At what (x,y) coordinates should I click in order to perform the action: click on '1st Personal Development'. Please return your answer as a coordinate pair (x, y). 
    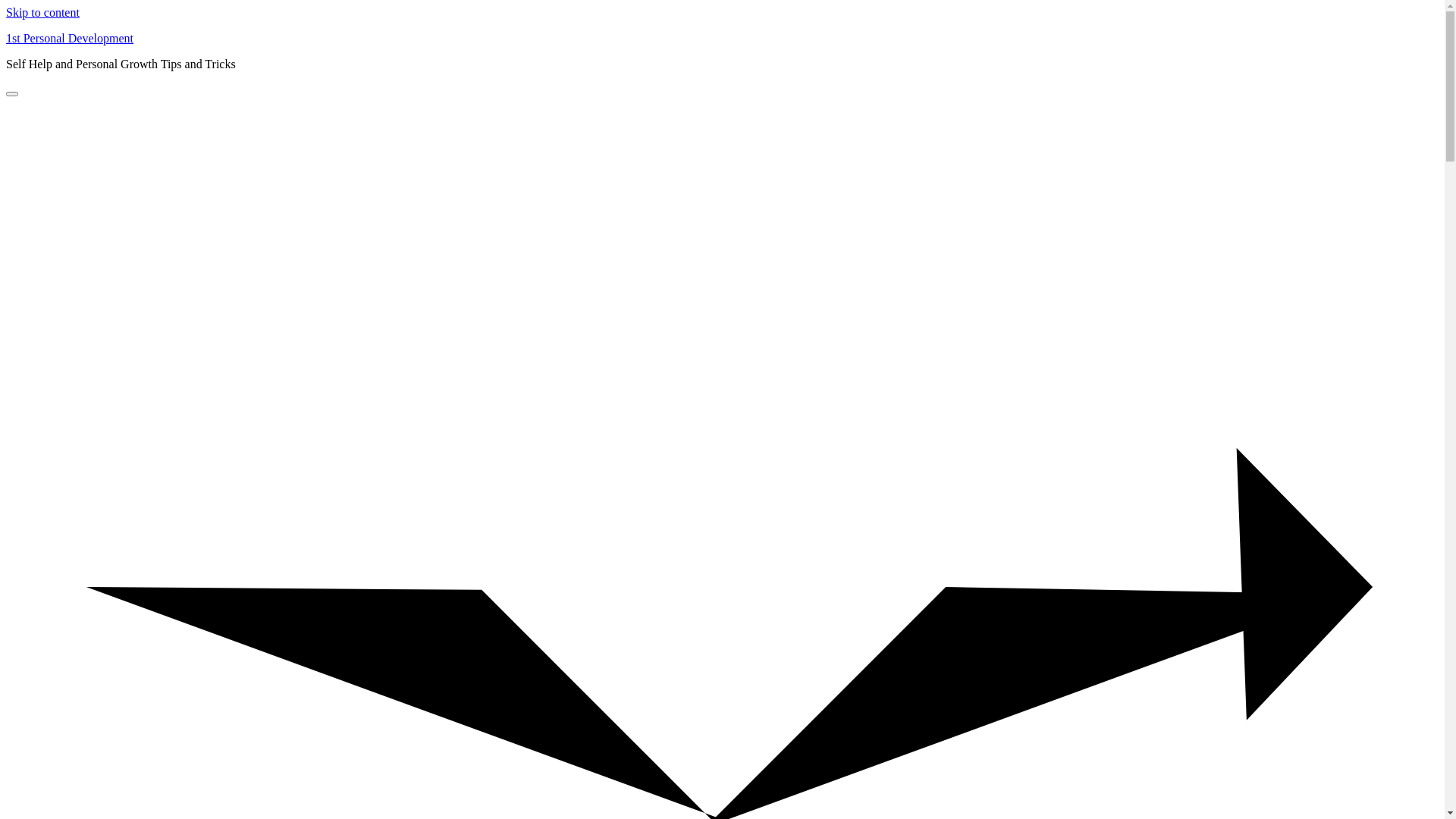
    Looking at the image, I should click on (68, 37).